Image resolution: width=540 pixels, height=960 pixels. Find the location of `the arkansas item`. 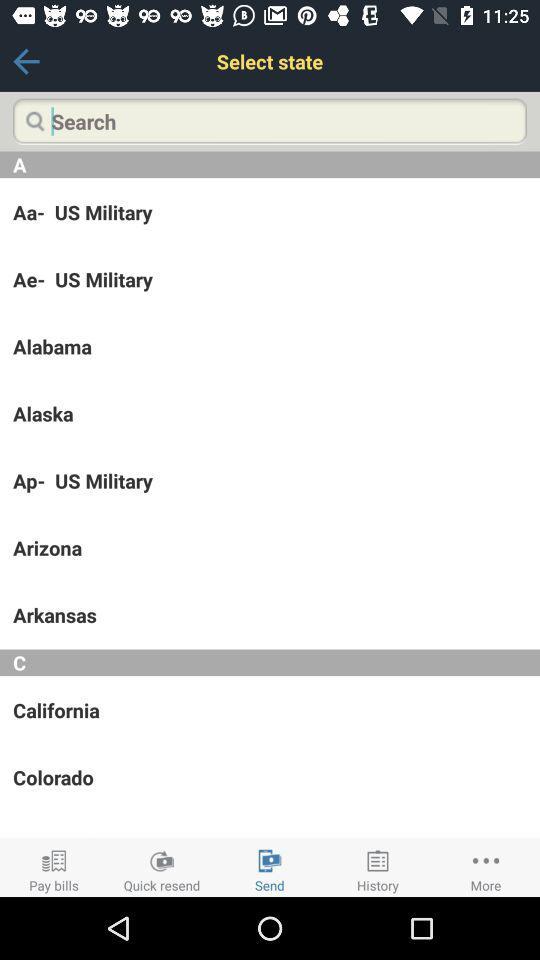

the arkansas item is located at coordinates (270, 614).